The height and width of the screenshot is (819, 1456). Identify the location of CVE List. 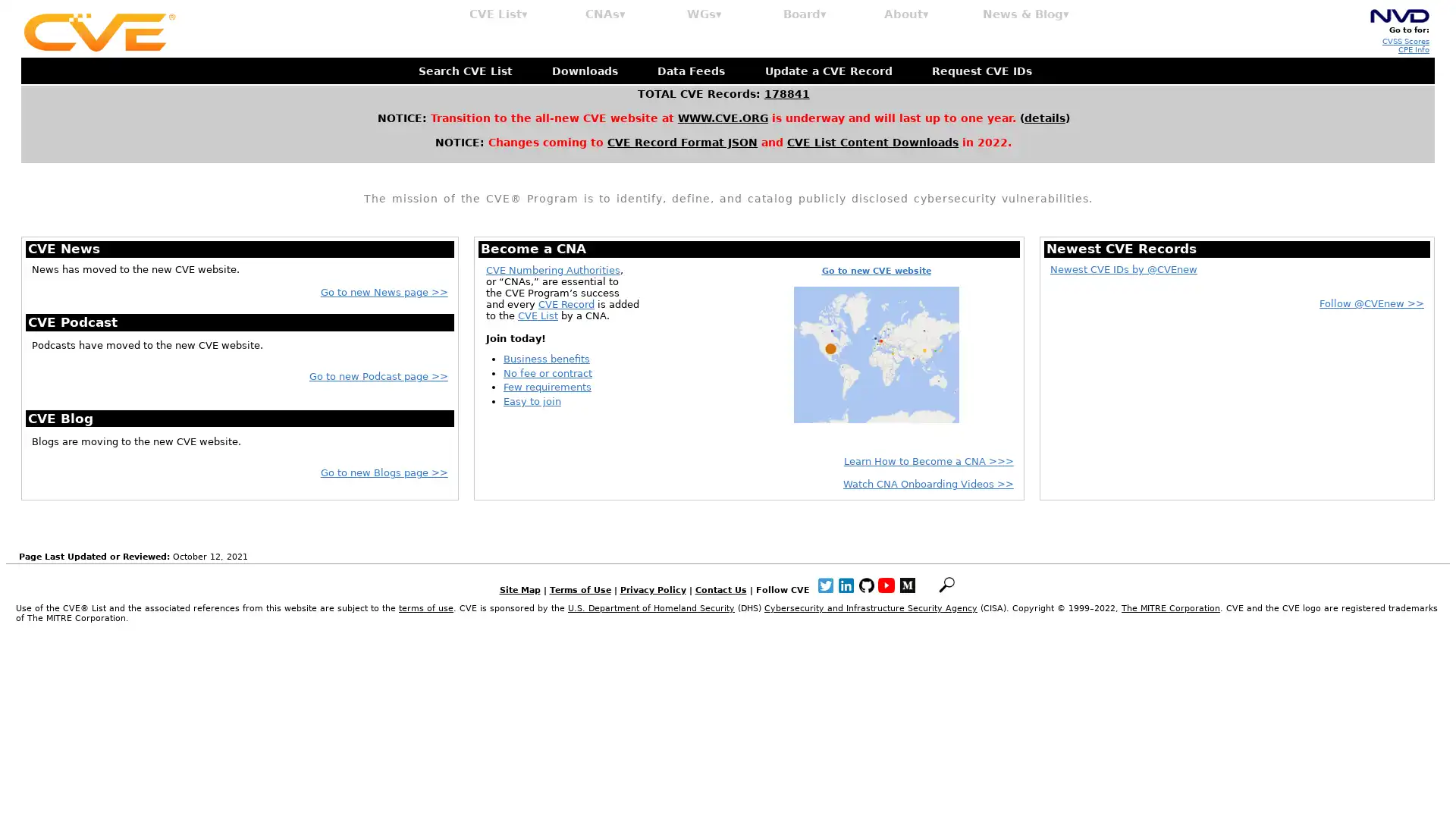
(498, 14).